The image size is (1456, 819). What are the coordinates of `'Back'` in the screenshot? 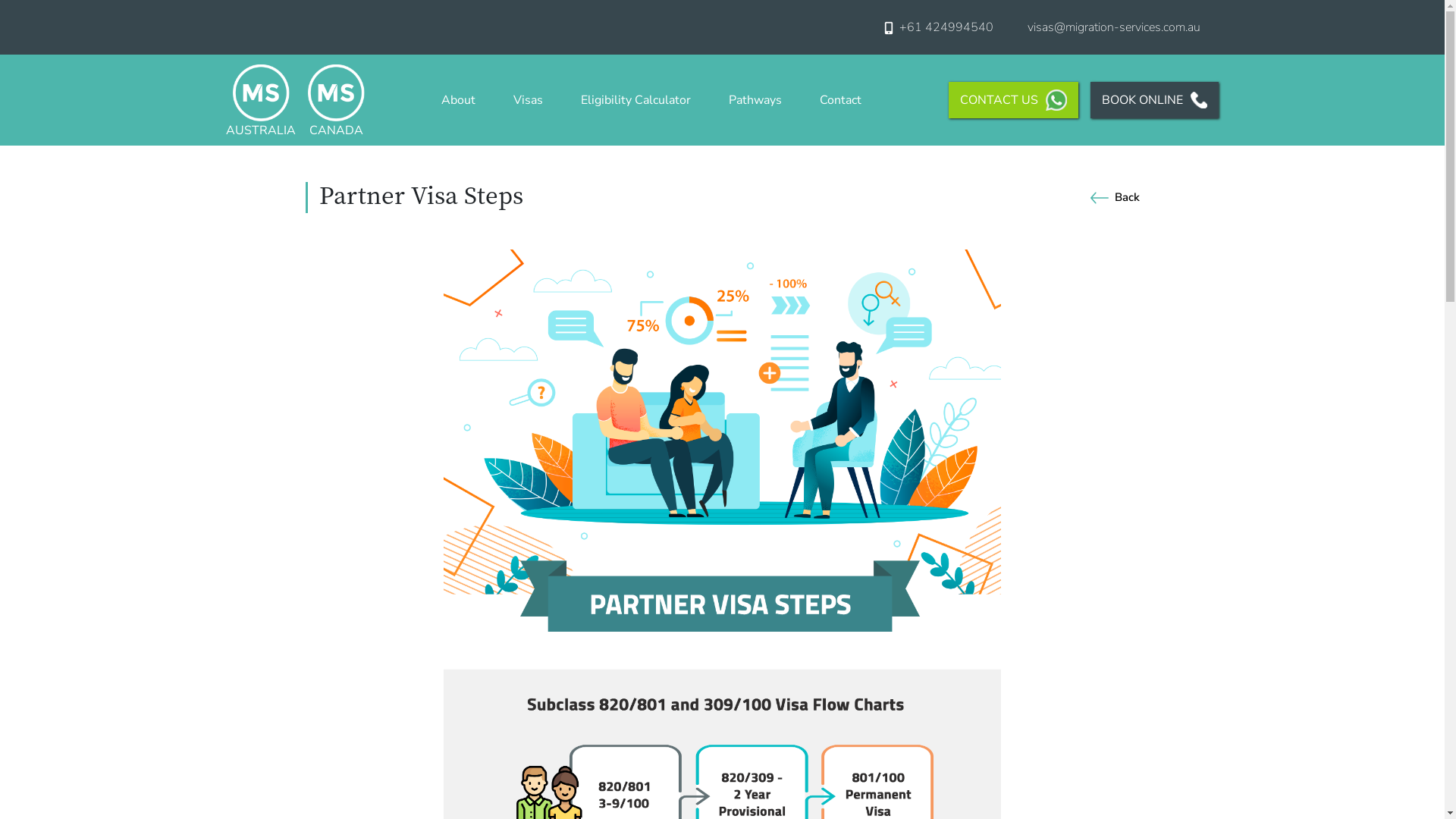 It's located at (1112, 196).